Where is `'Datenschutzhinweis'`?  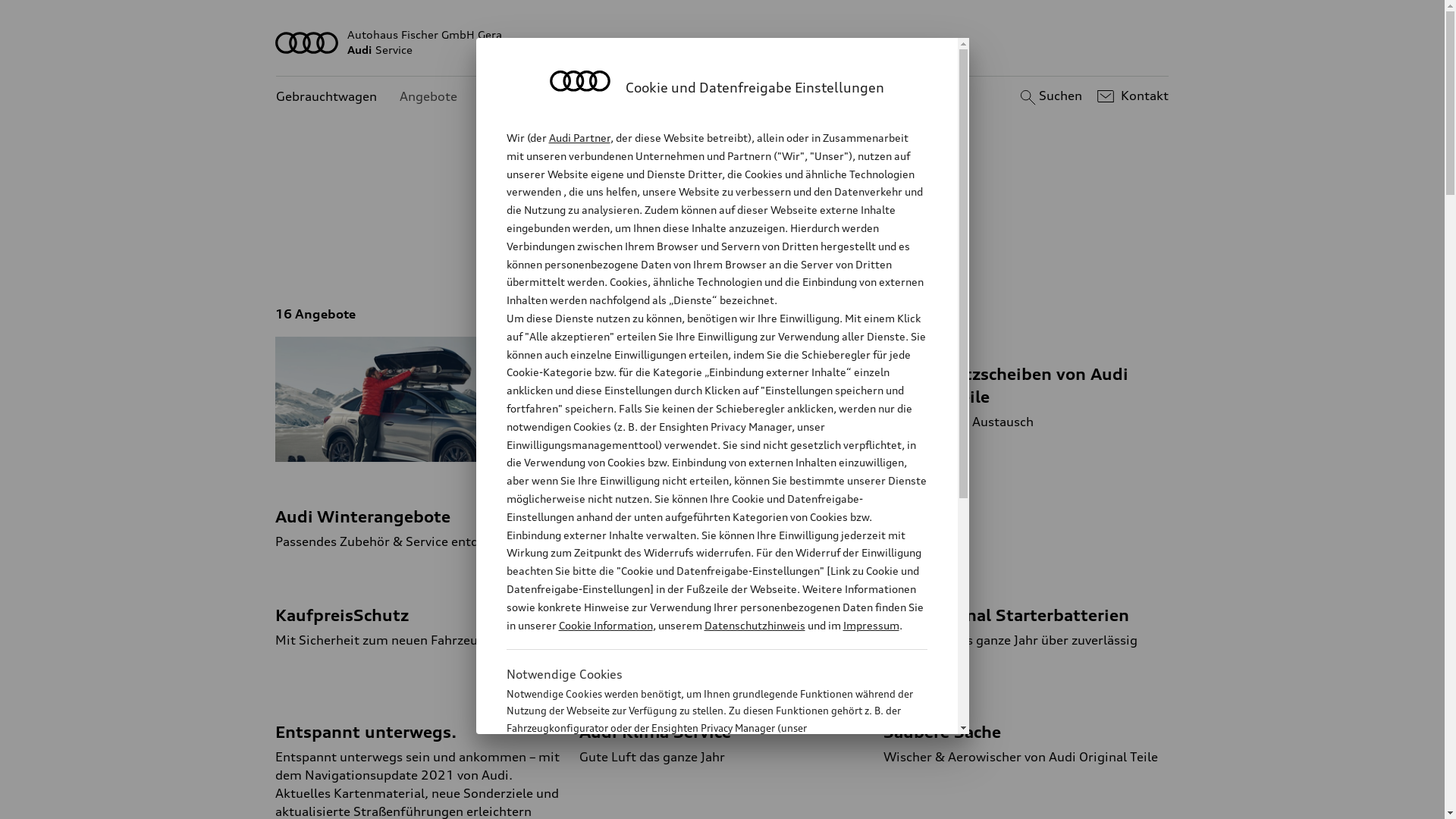 'Datenschutzhinweis' is located at coordinates (754, 625).